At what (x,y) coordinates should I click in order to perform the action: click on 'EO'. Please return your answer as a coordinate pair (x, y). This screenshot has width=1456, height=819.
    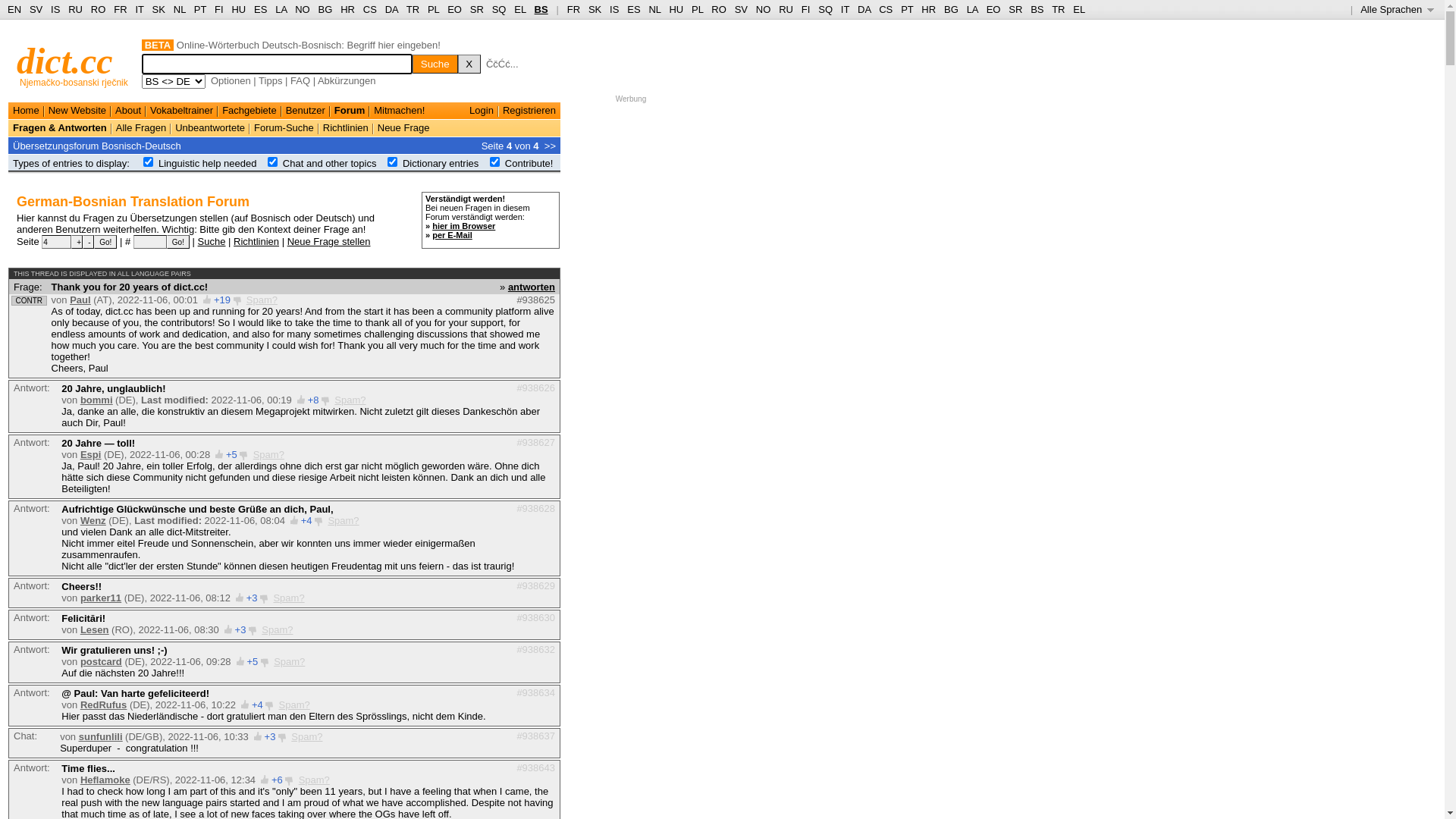
    Looking at the image, I should click on (453, 9).